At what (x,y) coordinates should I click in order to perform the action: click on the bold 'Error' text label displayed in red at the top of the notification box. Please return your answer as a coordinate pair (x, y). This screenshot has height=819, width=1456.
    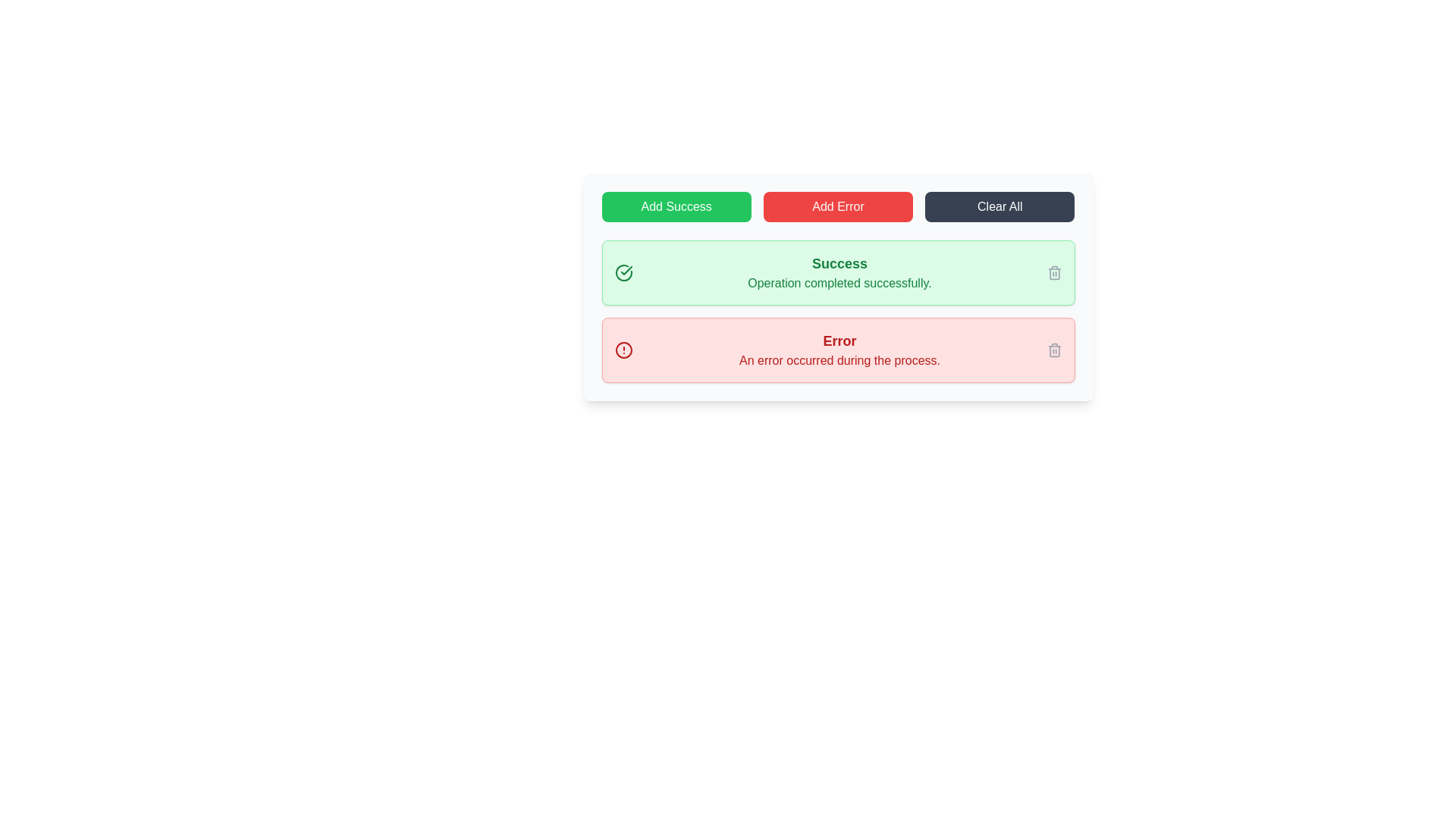
    Looking at the image, I should click on (839, 341).